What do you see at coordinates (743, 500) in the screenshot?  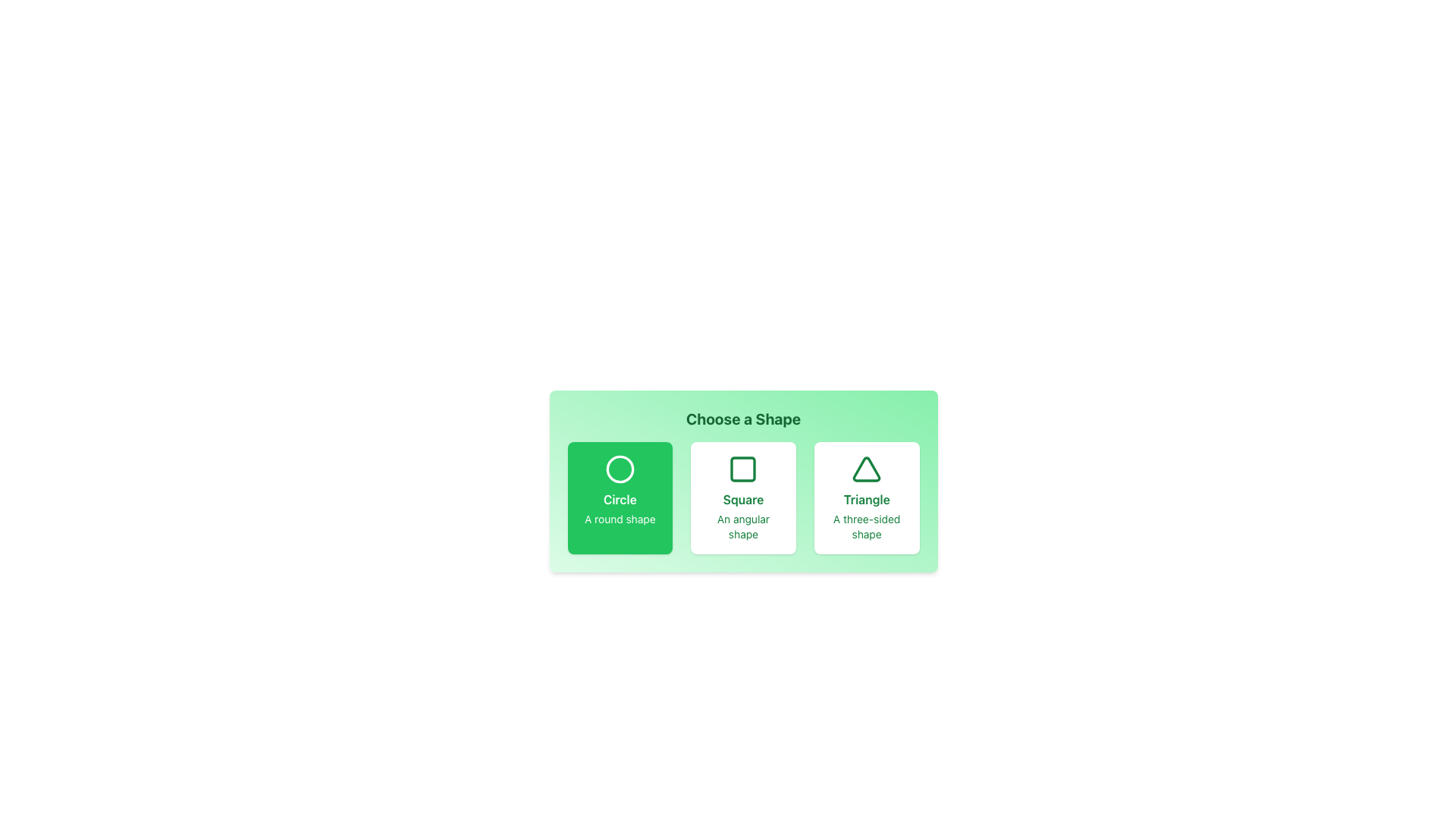 I see `the 'Square' text label, which is displayed in bold green font within a card layout, located in the center of the second card from the left in a row labeled 'Choose a Shape'` at bounding box center [743, 500].